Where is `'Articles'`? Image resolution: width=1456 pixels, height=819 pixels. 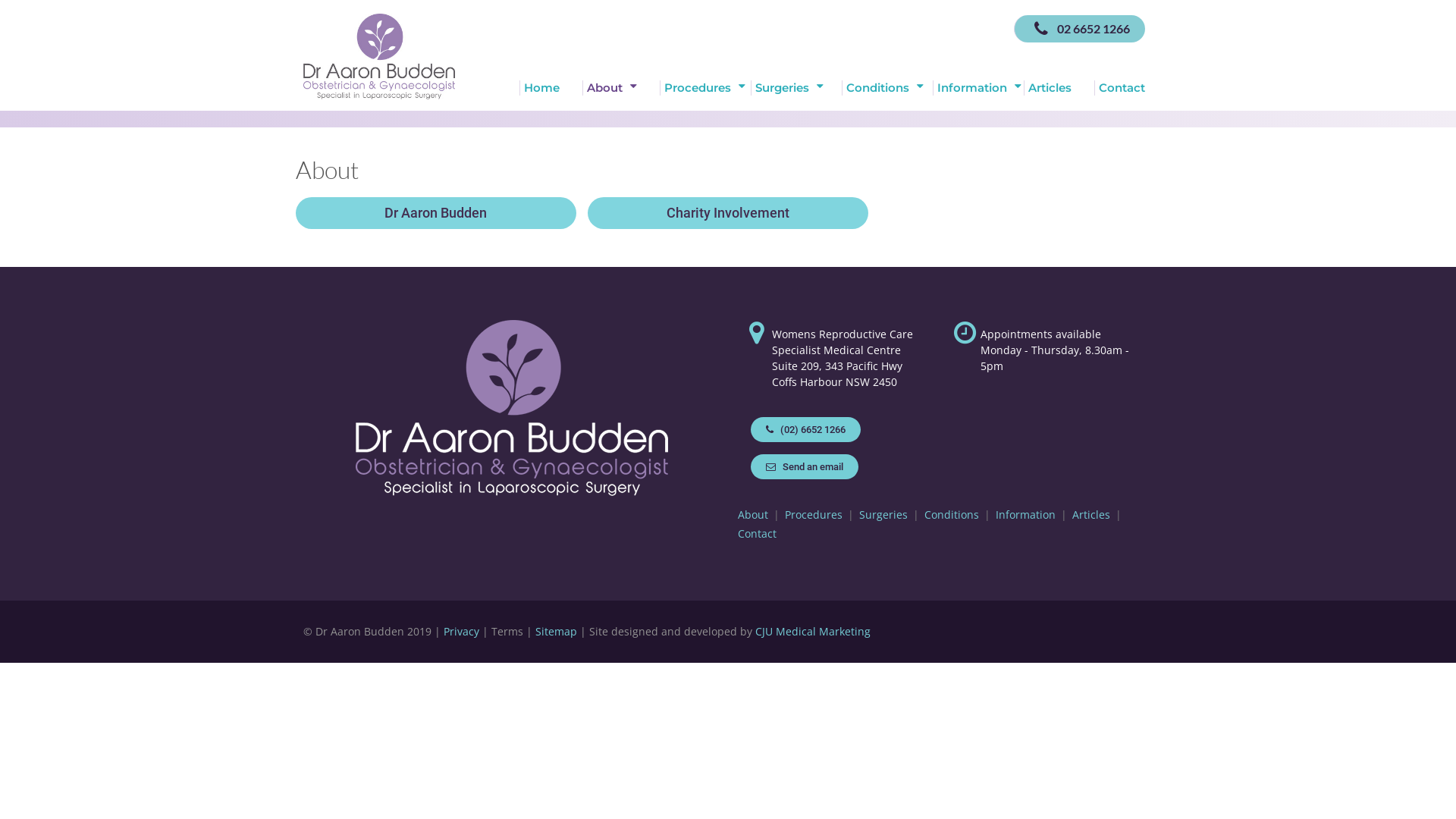 'Articles' is located at coordinates (1058, 87).